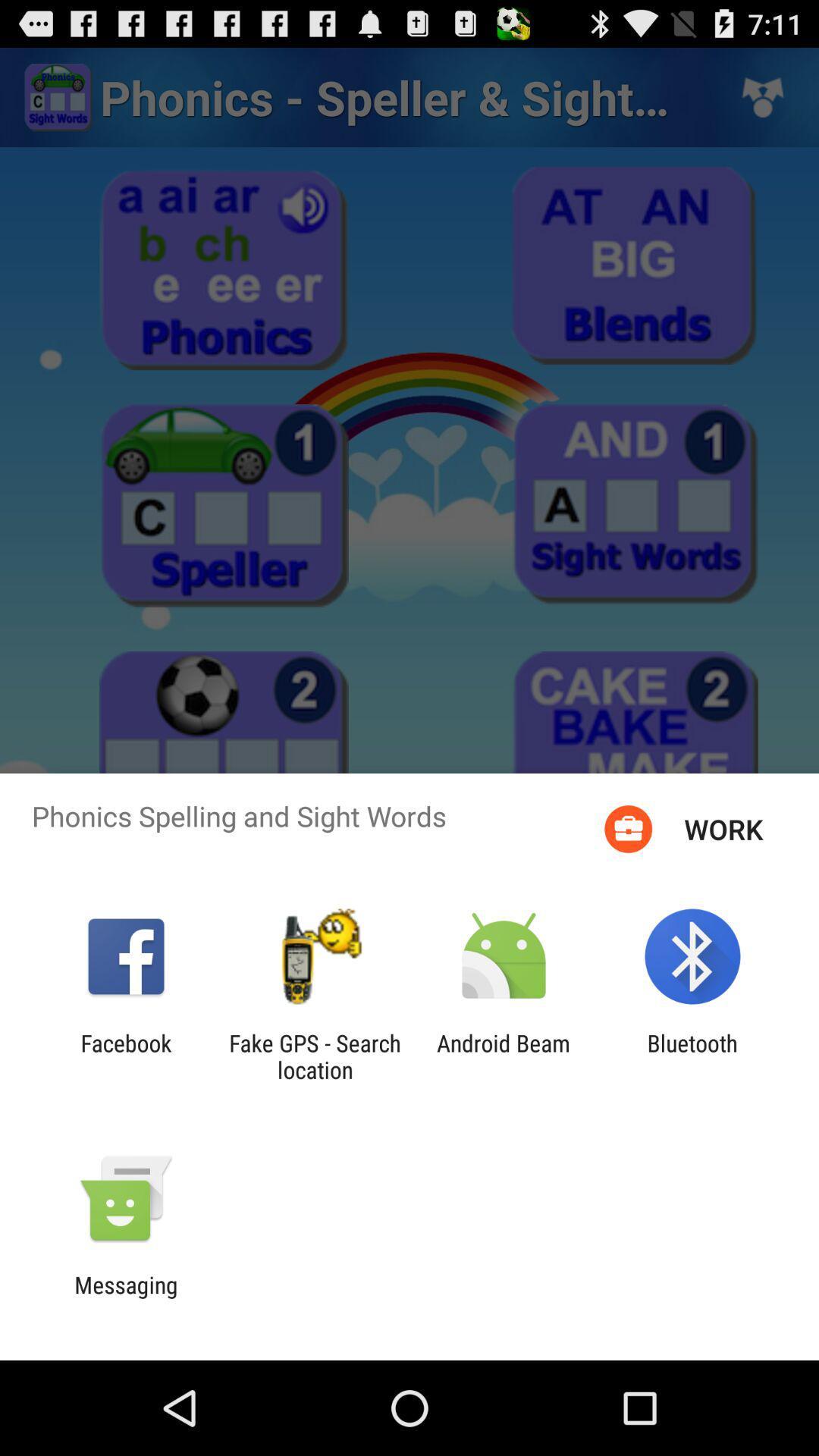 This screenshot has width=819, height=1456. Describe the element at coordinates (314, 1056) in the screenshot. I see `fake gps search icon` at that location.